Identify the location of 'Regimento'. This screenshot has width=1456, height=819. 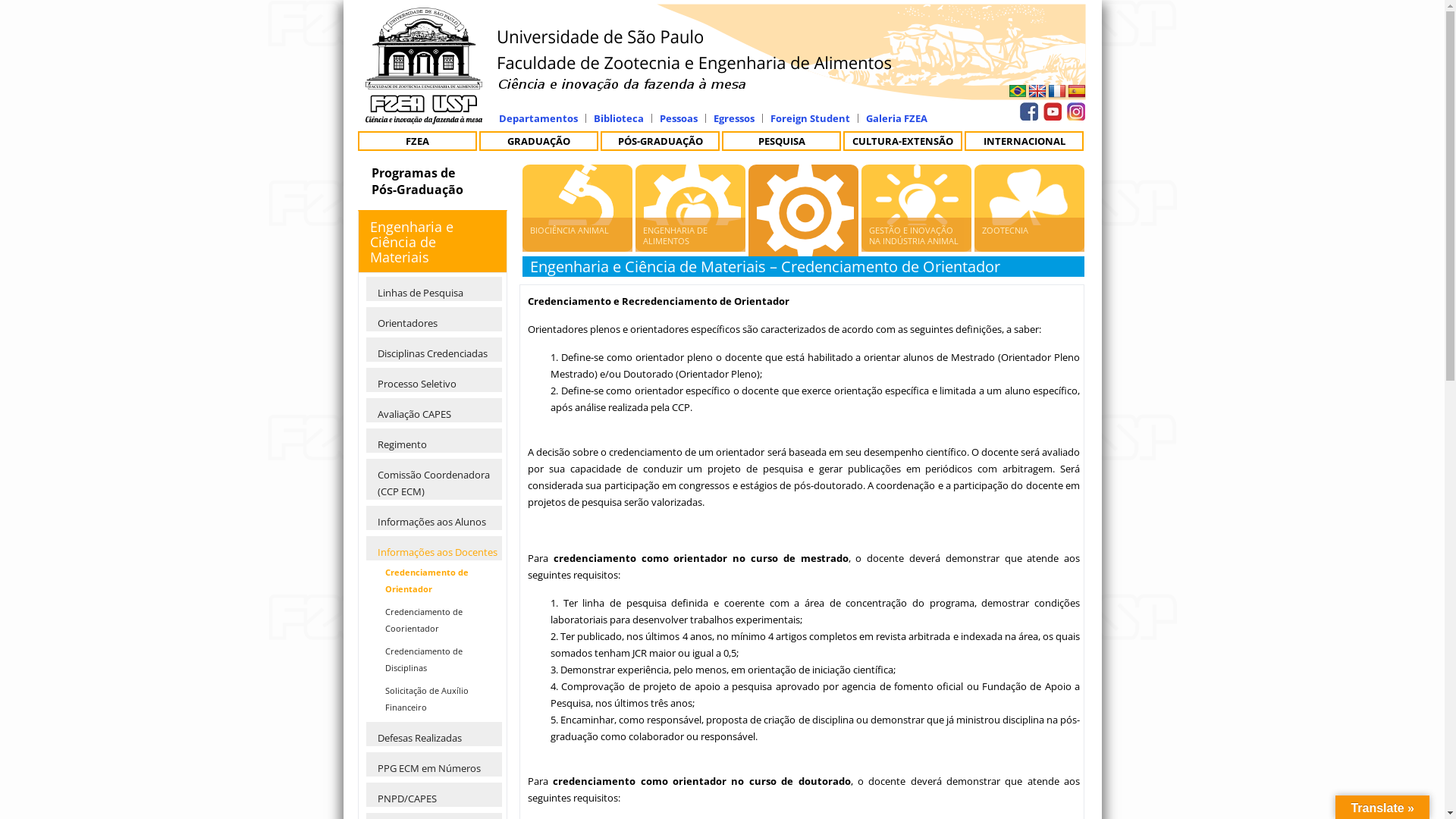
(433, 441).